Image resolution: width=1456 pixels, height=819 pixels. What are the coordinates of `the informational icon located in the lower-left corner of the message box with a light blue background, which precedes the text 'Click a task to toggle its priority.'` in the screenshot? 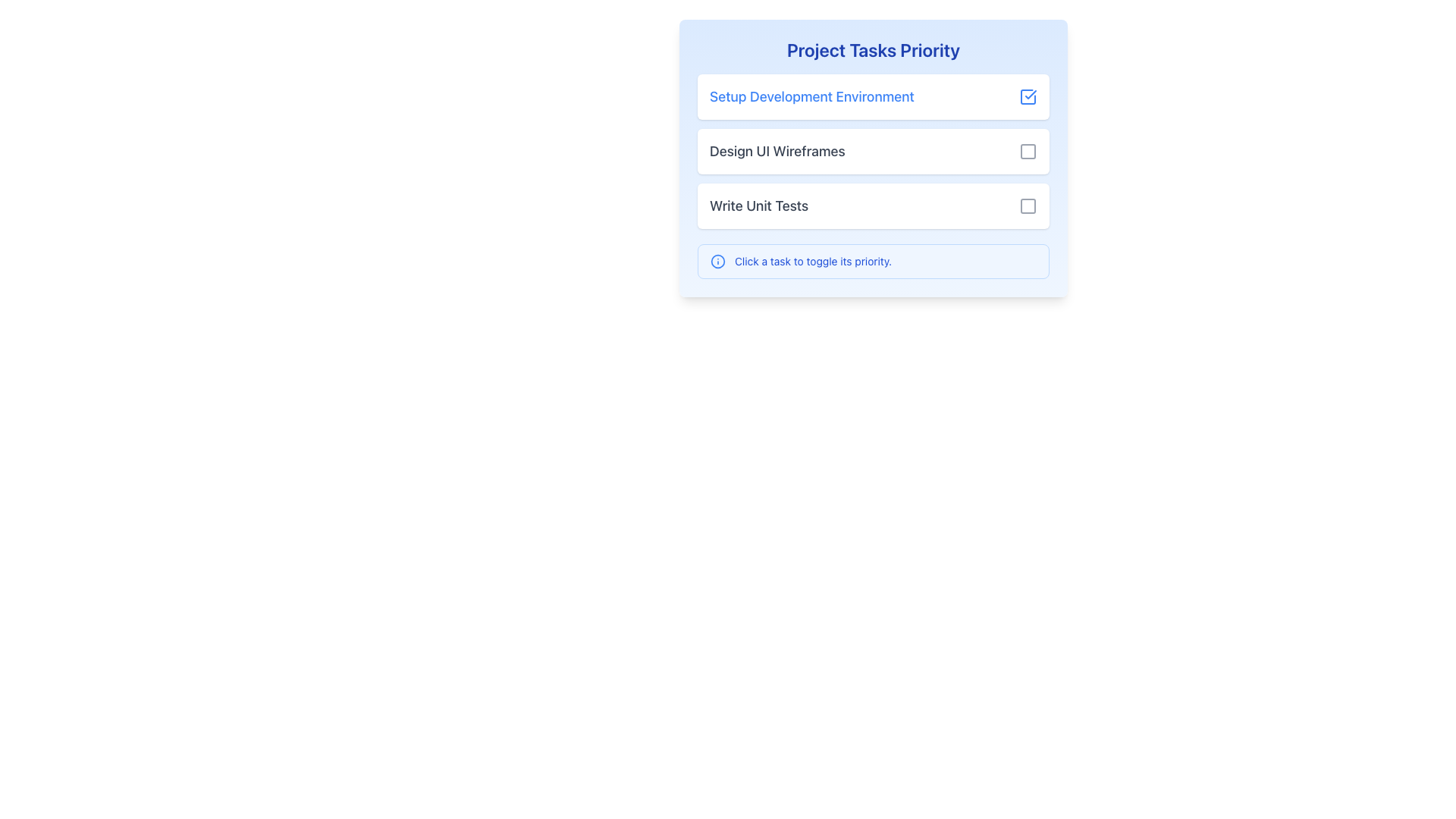 It's located at (717, 260).